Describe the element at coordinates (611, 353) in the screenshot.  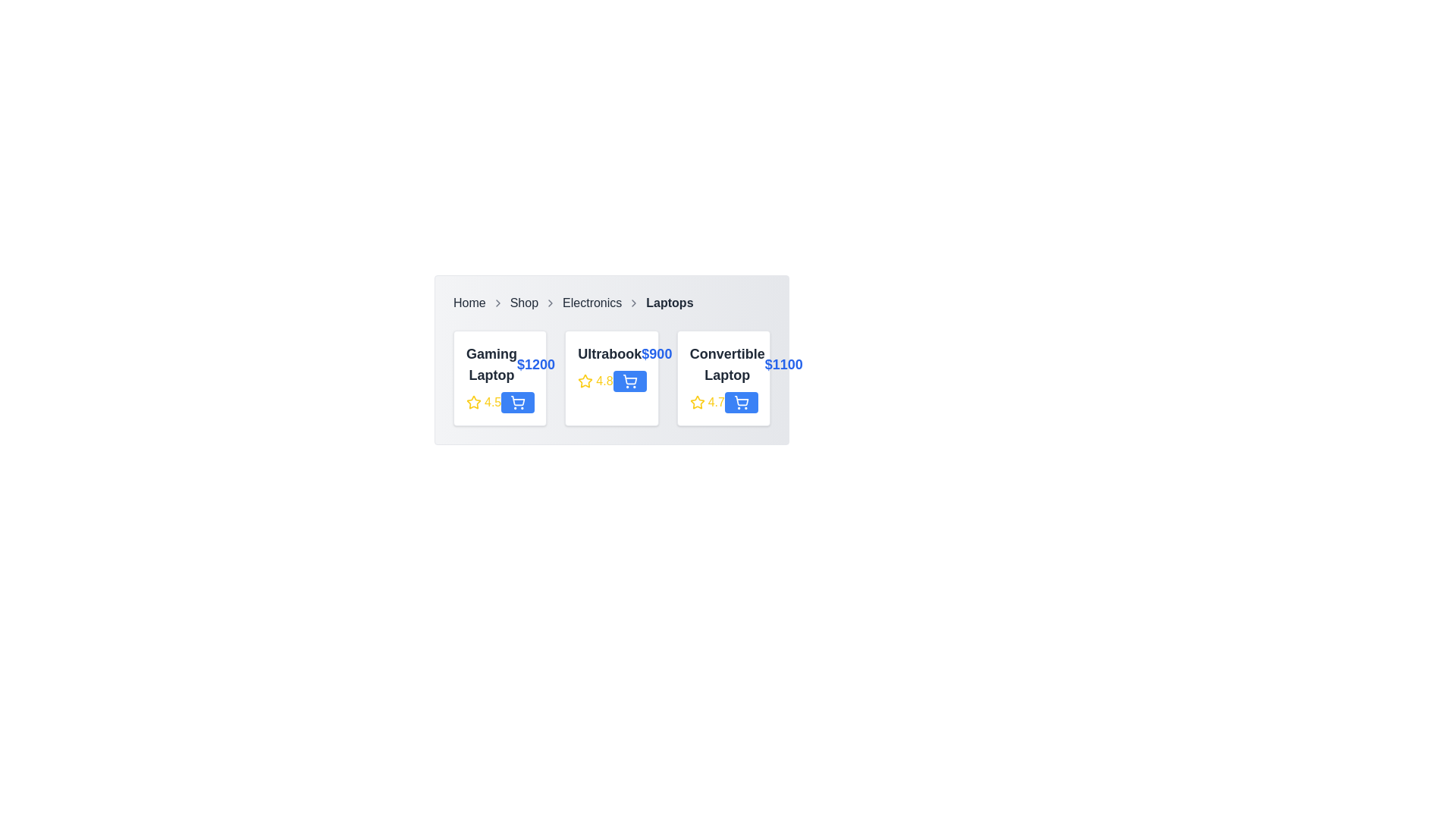
I see `text content of the Label displaying the name and price of the product in the second card labeled 'Ultrabook'` at that location.